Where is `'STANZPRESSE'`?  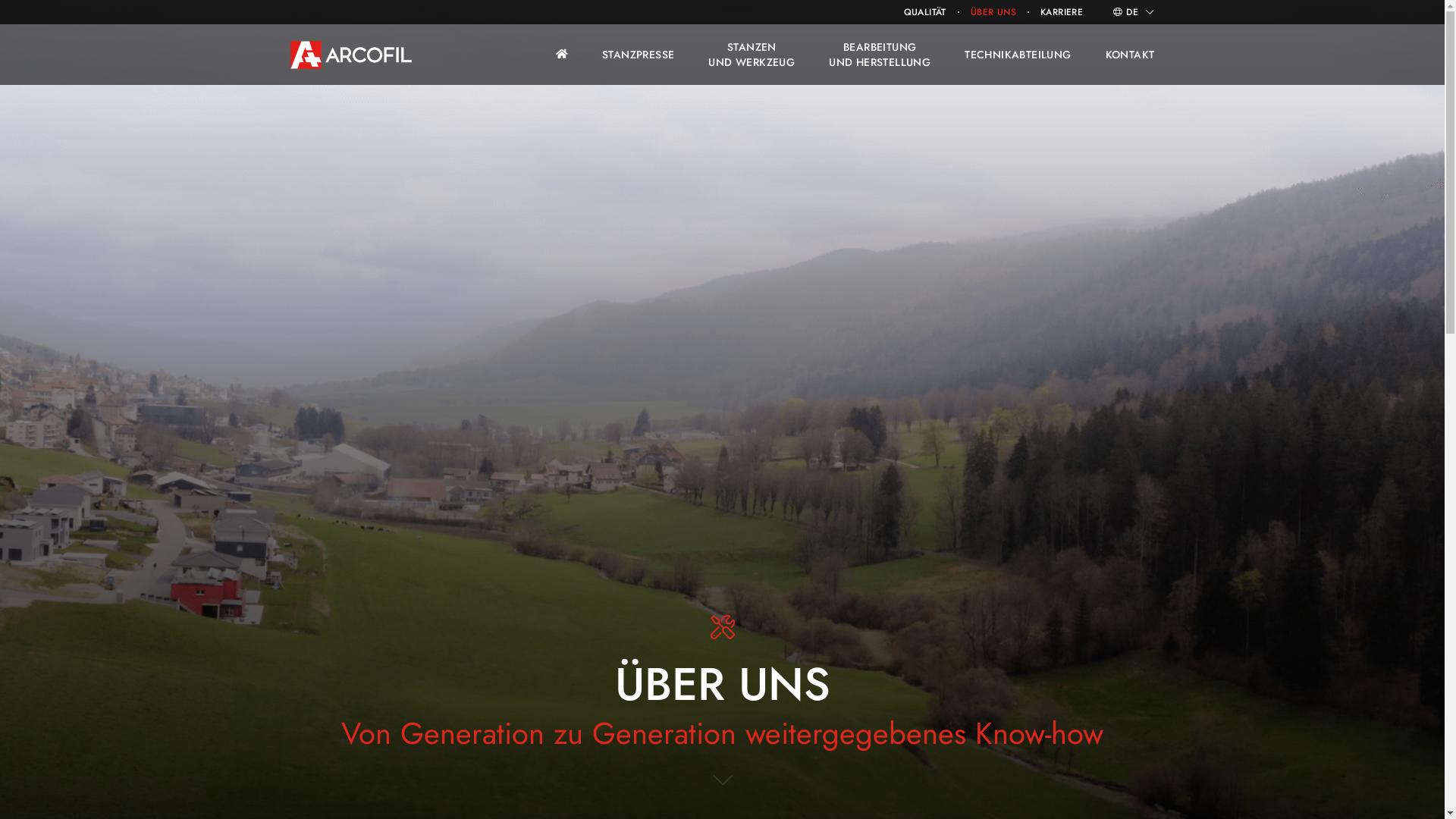
'STANZPRESSE' is located at coordinates (601, 54).